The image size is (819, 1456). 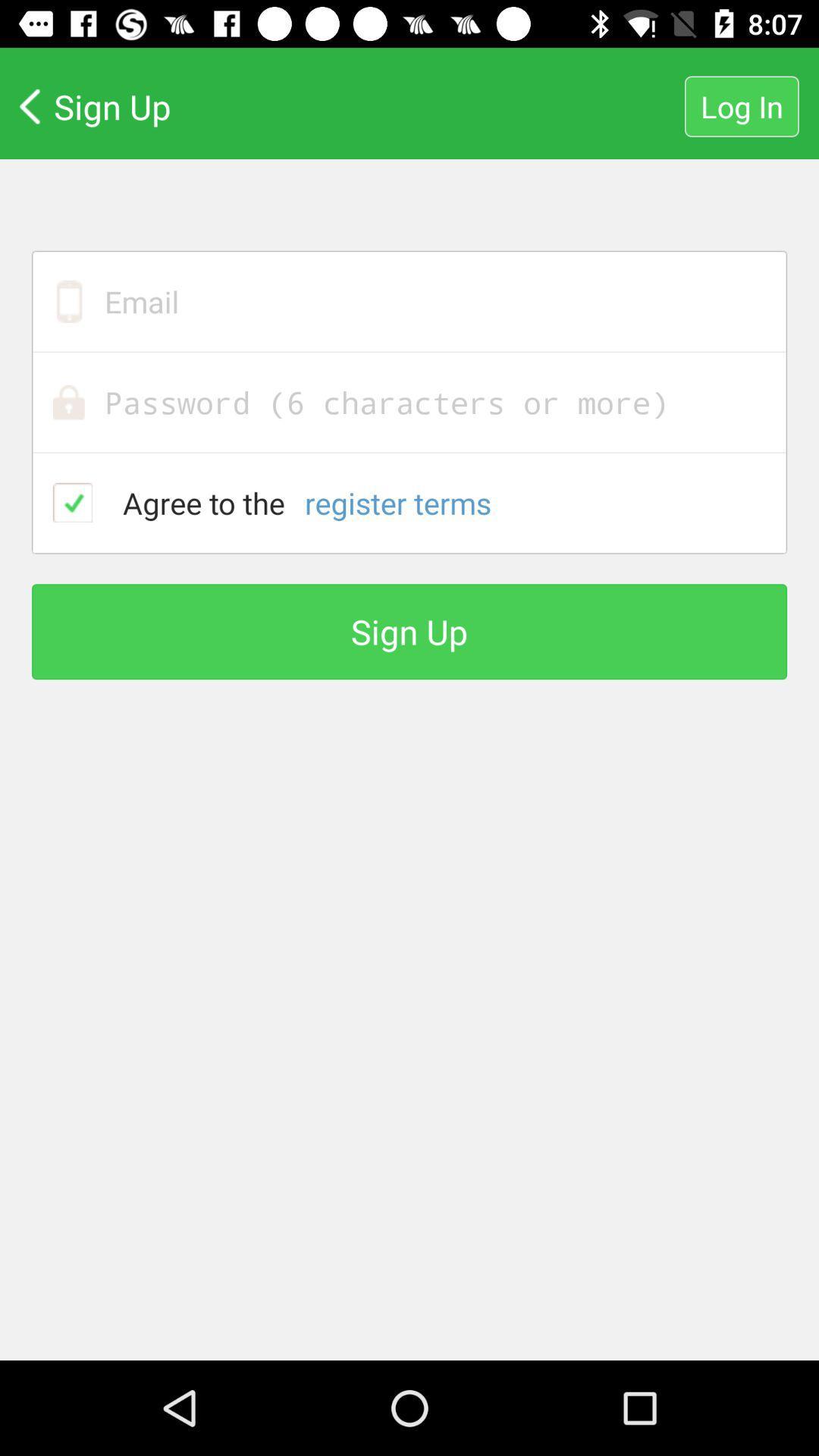 I want to click on password, so click(x=409, y=402).